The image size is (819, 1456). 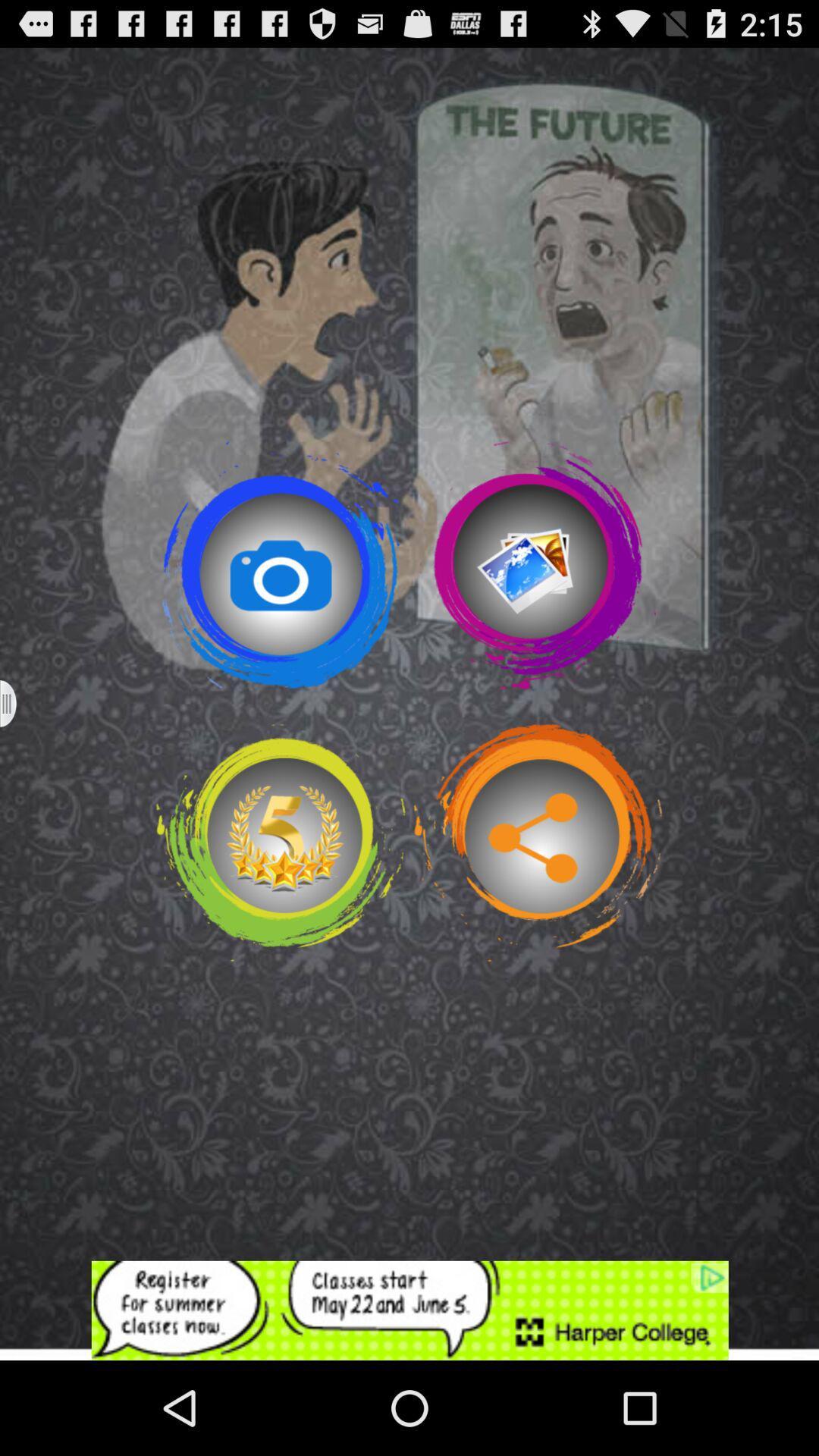 What do you see at coordinates (281, 564) in the screenshot?
I see `click the camera` at bounding box center [281, 564].